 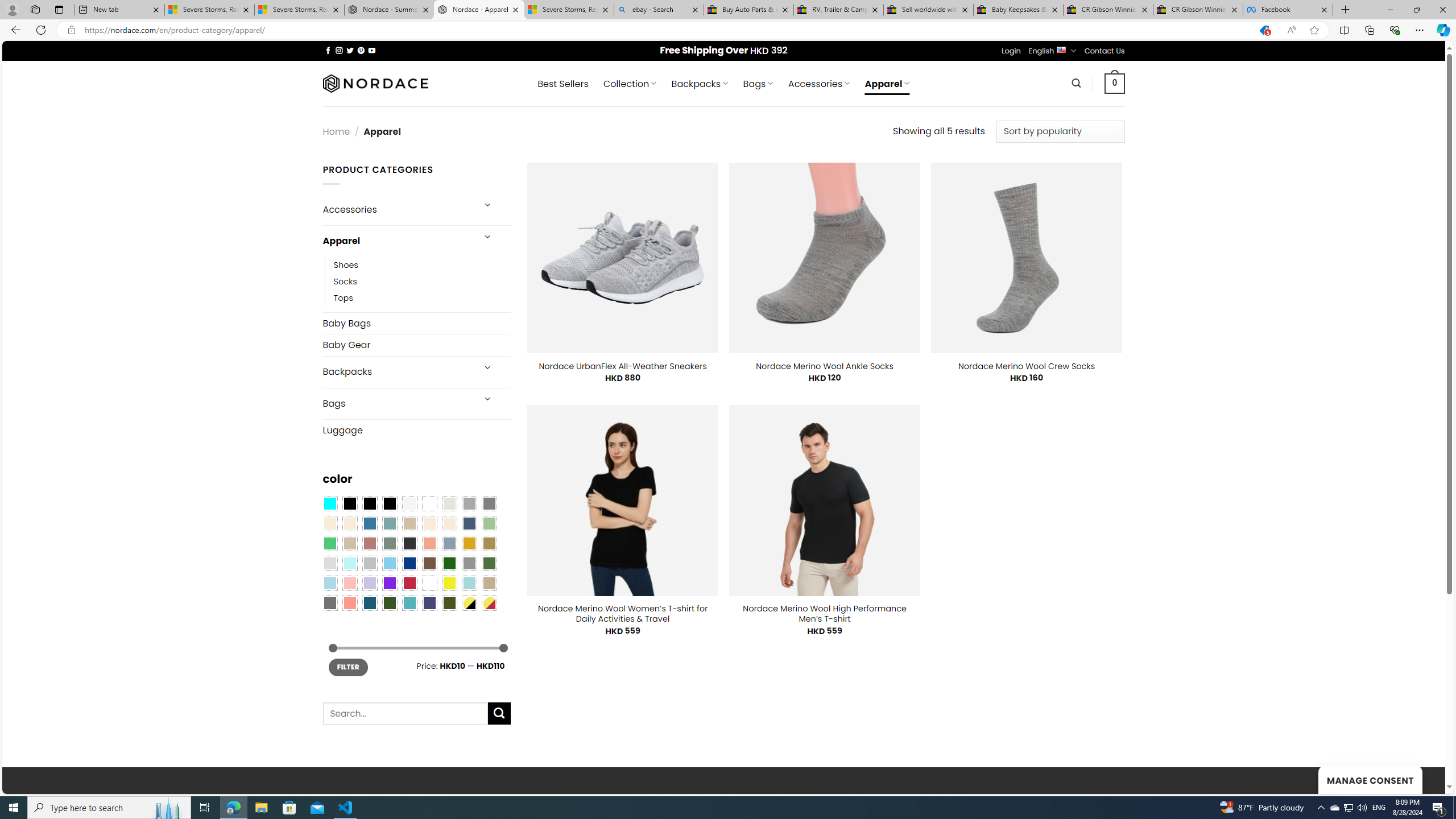 What do you see at coordinates (329, 503) in the screenshot?
I see `'Aqua Blue'` at bounding box center [329, 503].